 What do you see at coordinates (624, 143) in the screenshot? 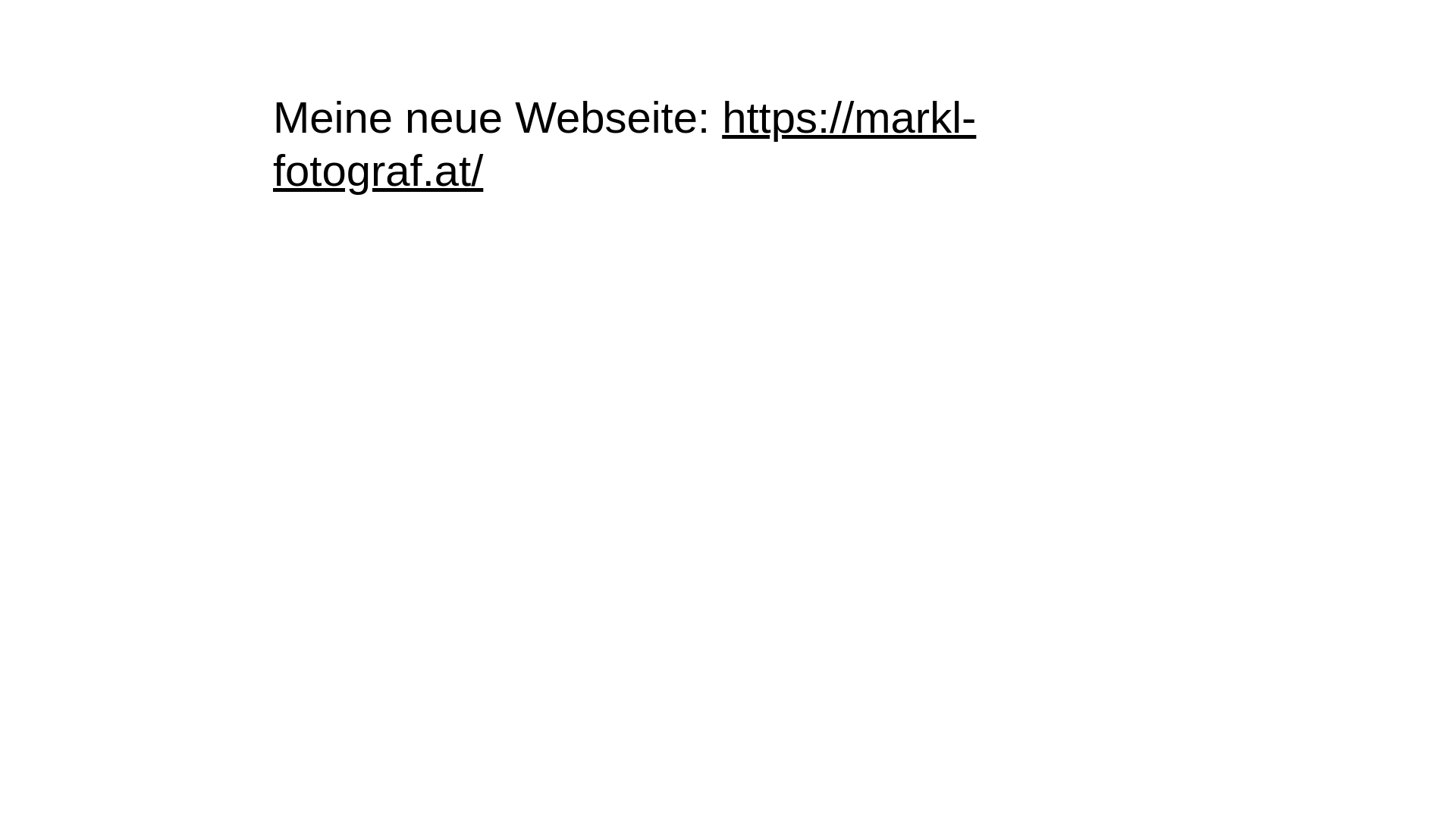
I see `'https://markl-fotograf.at/'` at bounding box center [624, 143].